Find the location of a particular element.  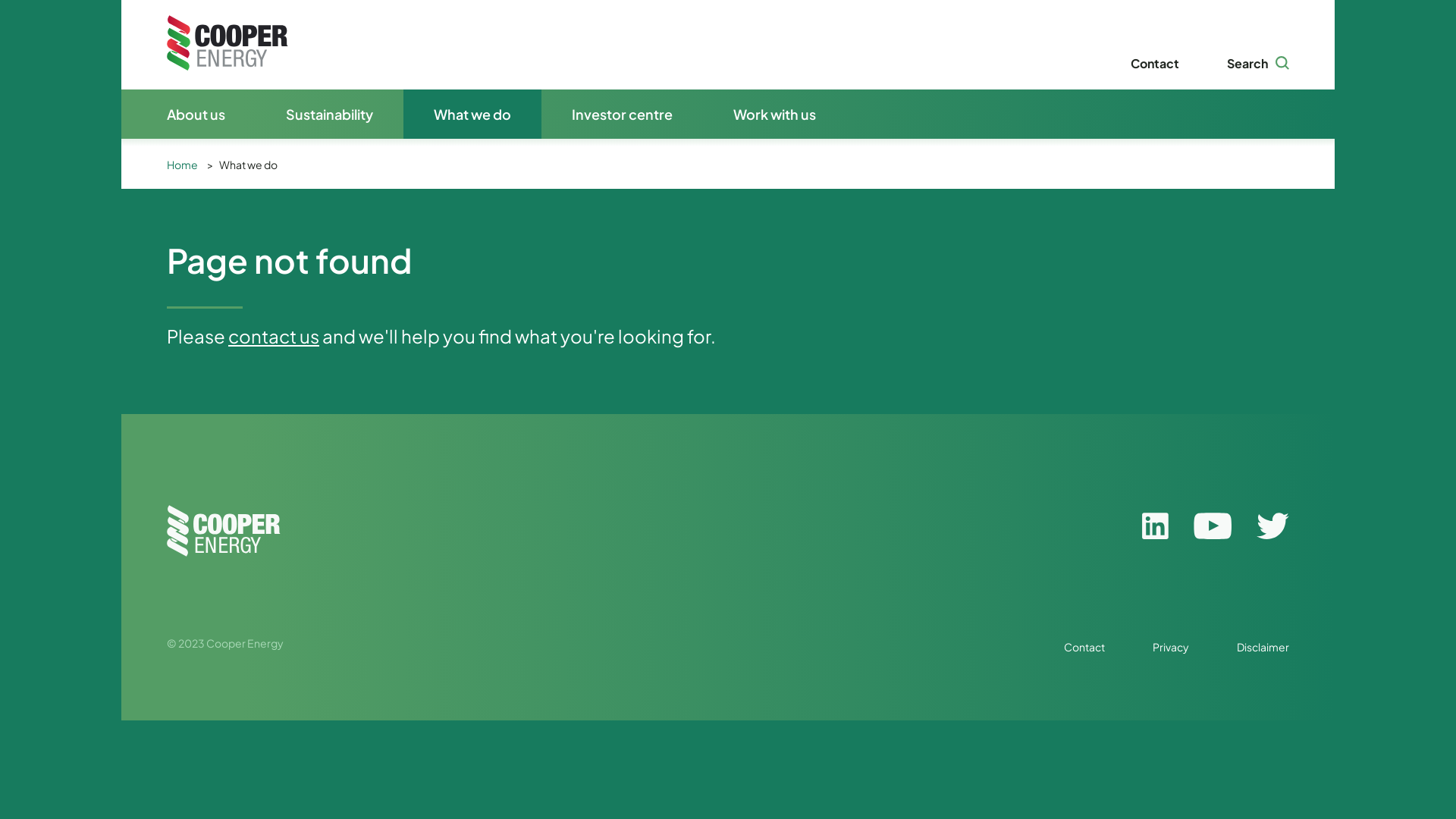

'Work with us' is located at coordinates (774, 113).